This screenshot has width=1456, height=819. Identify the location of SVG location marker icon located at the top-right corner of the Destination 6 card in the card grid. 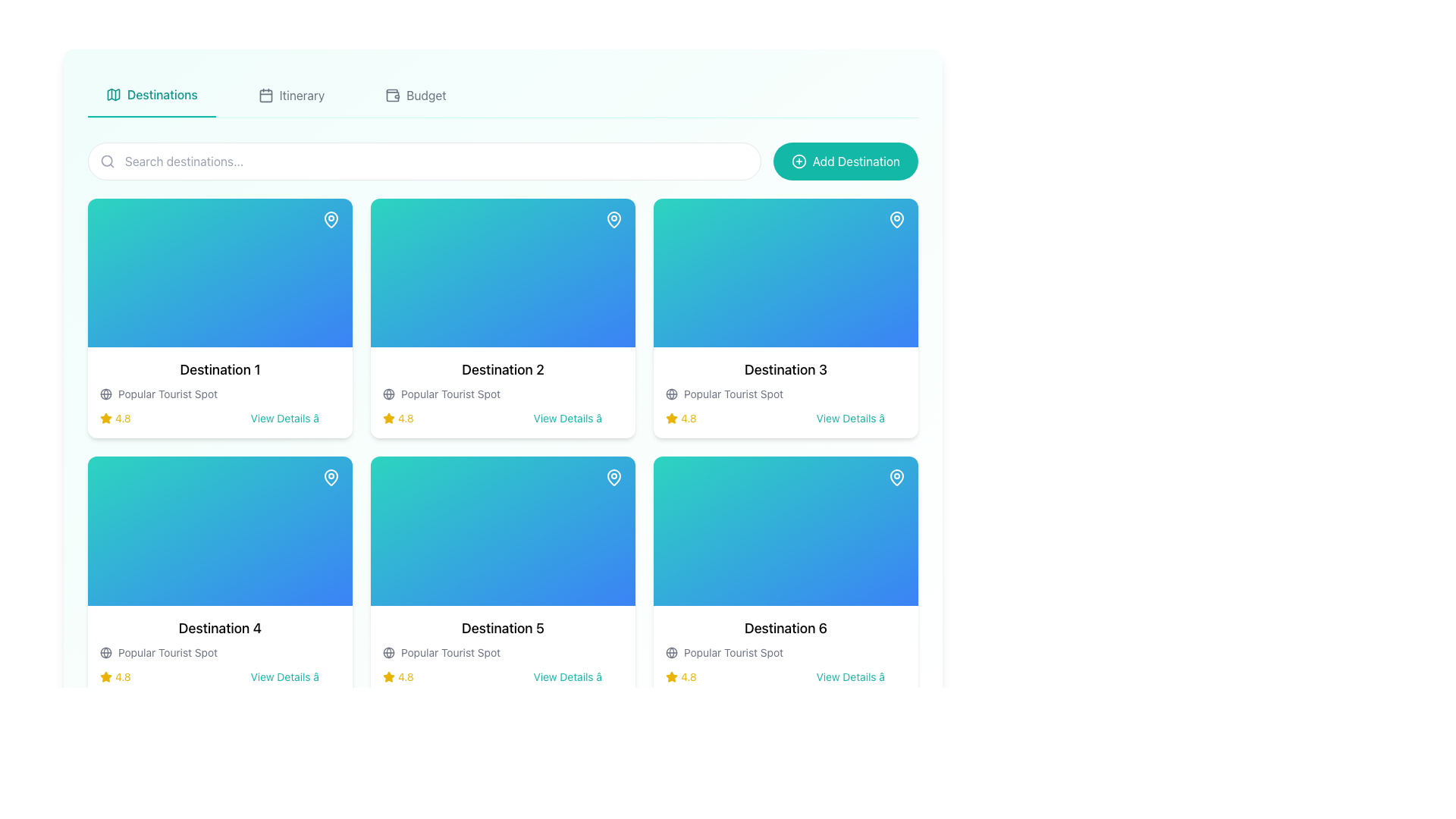
(896, 476).